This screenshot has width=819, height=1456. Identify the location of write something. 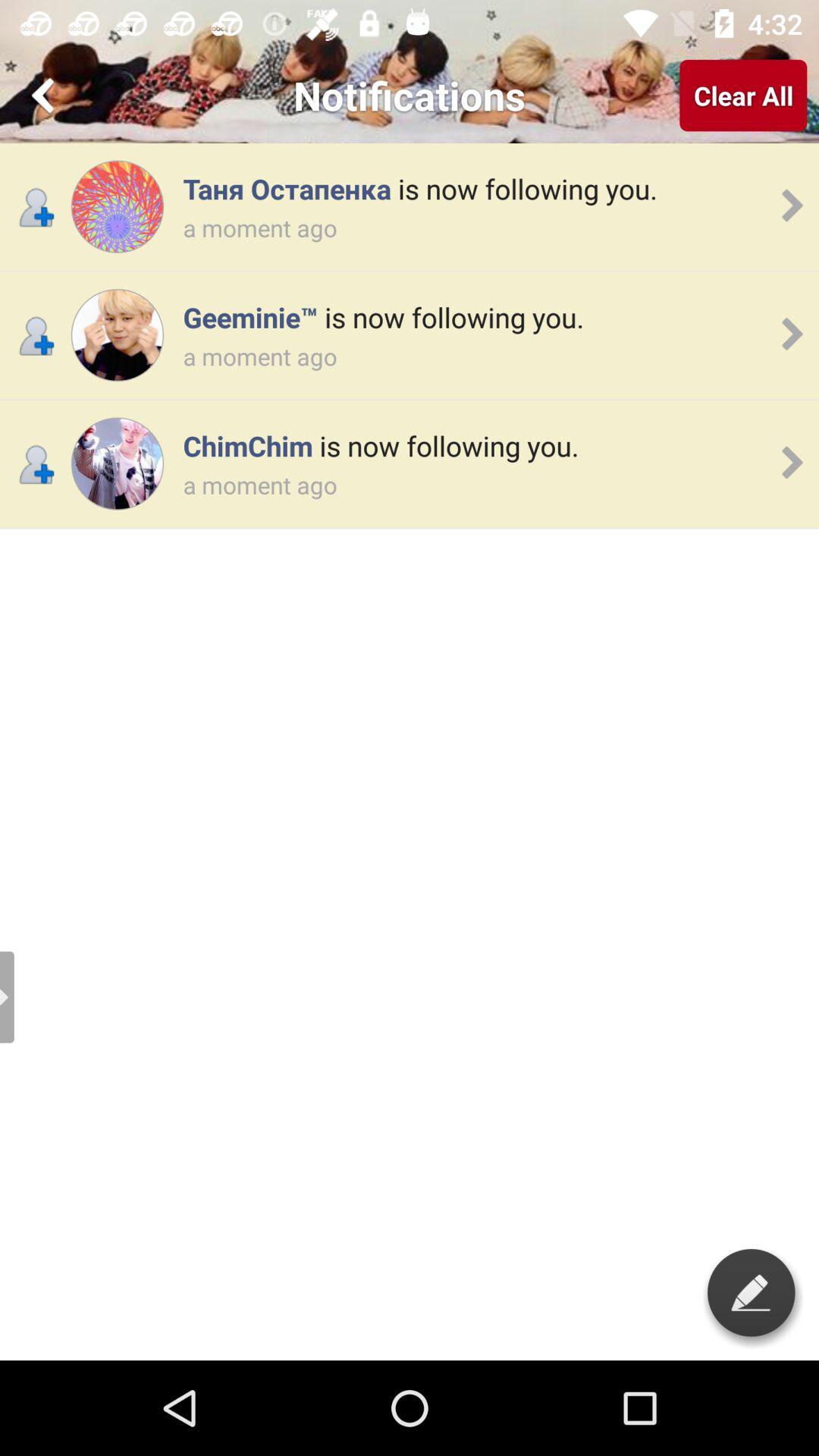
(751, 1291).